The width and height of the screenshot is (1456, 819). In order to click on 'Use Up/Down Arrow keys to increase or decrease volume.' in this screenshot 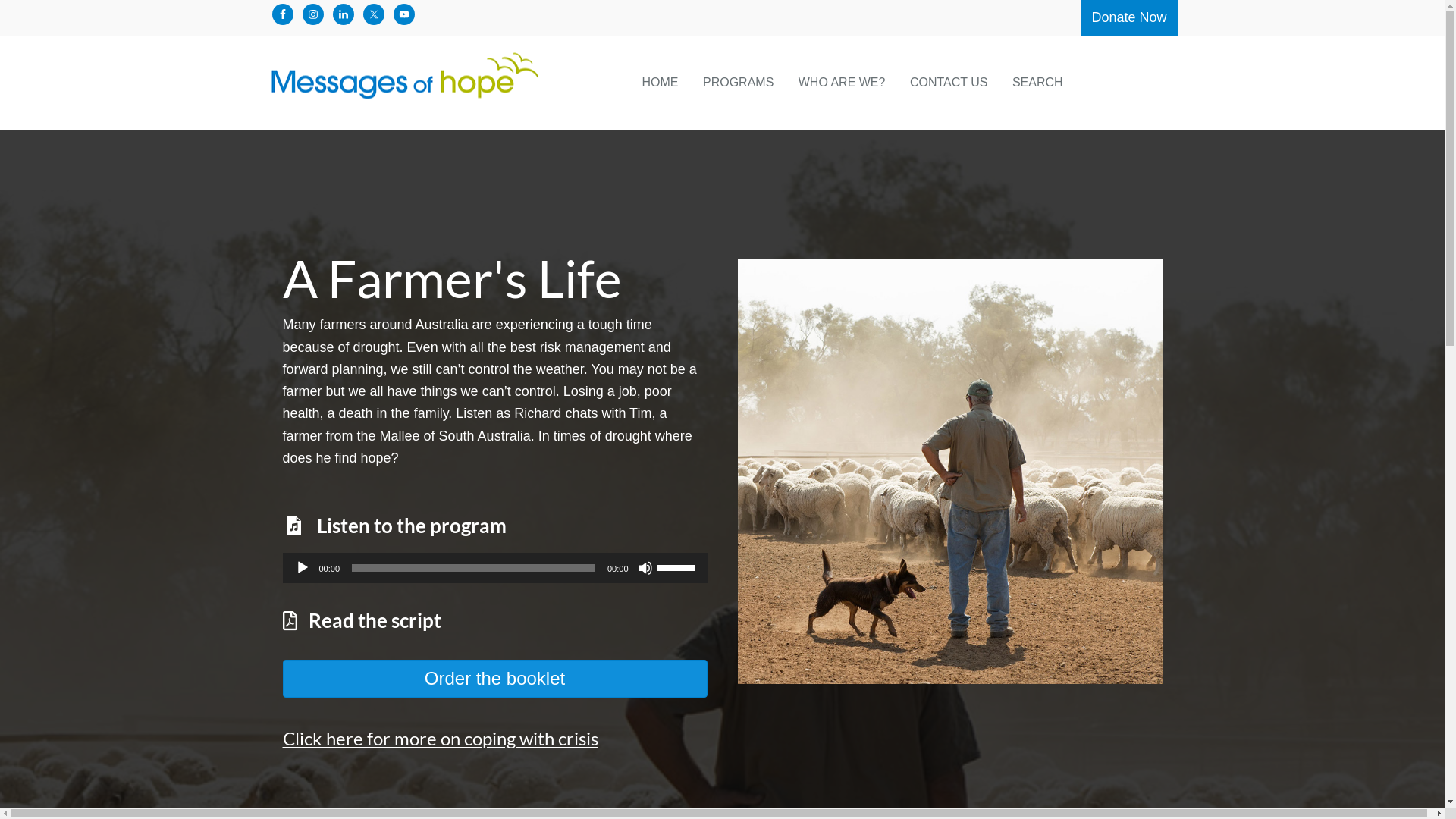, I will do `click(676, 566)`.